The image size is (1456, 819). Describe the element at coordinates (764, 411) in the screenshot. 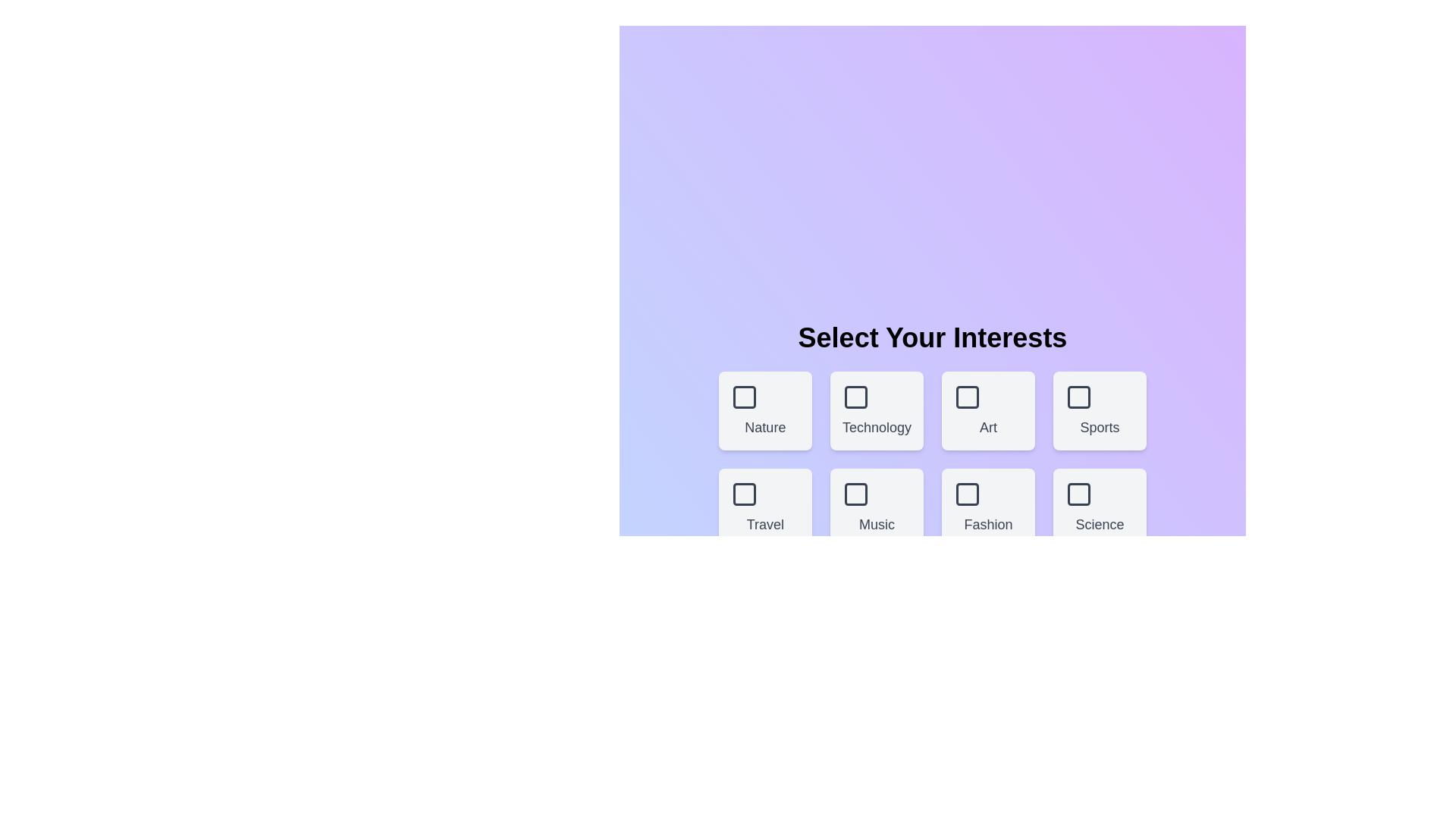

I see `the box corresponding to the theme Nature to select or deselect it` at that location.